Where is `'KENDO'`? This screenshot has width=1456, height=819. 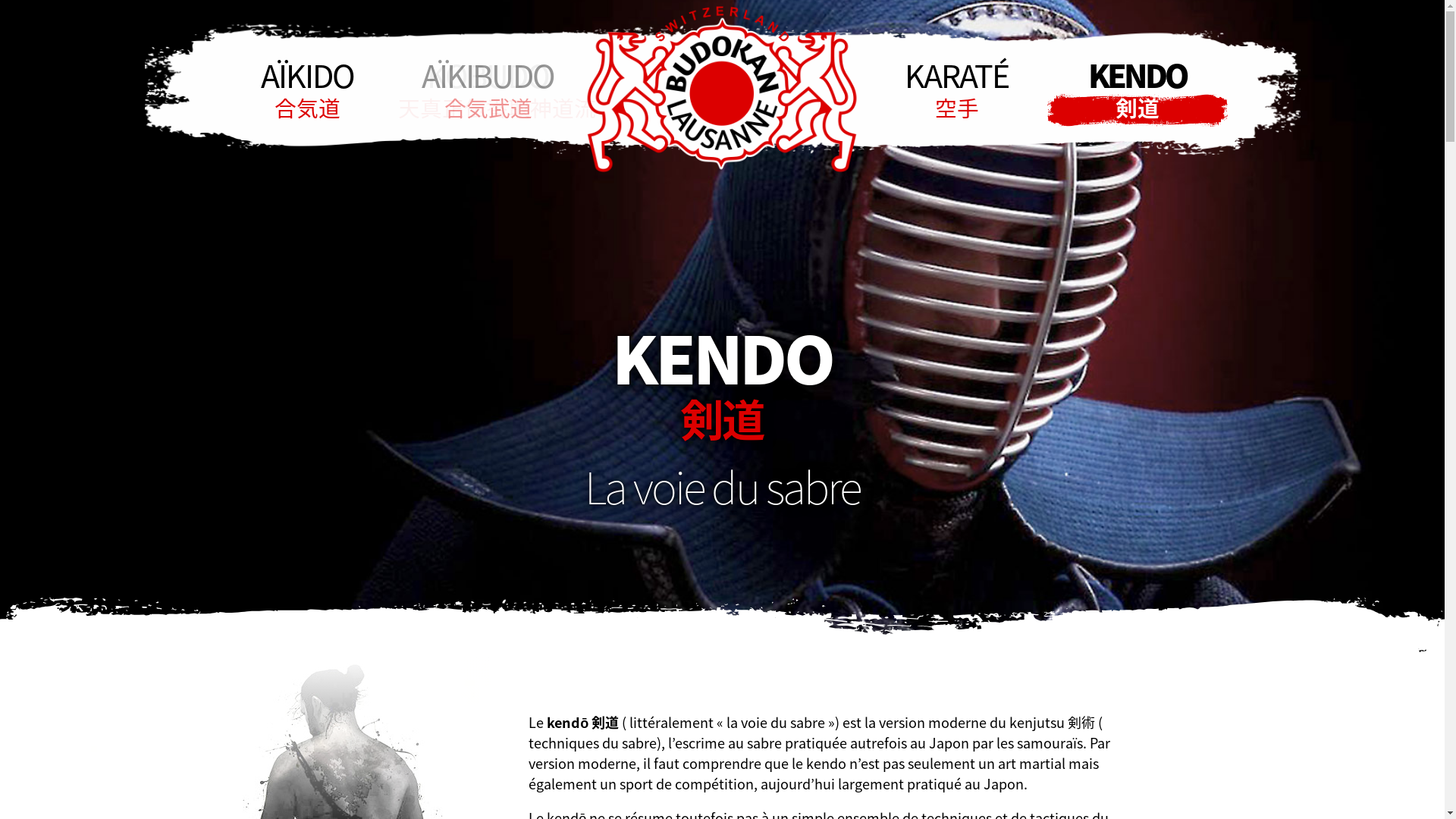
'KENDO' is located at coordinates (1136, 89).